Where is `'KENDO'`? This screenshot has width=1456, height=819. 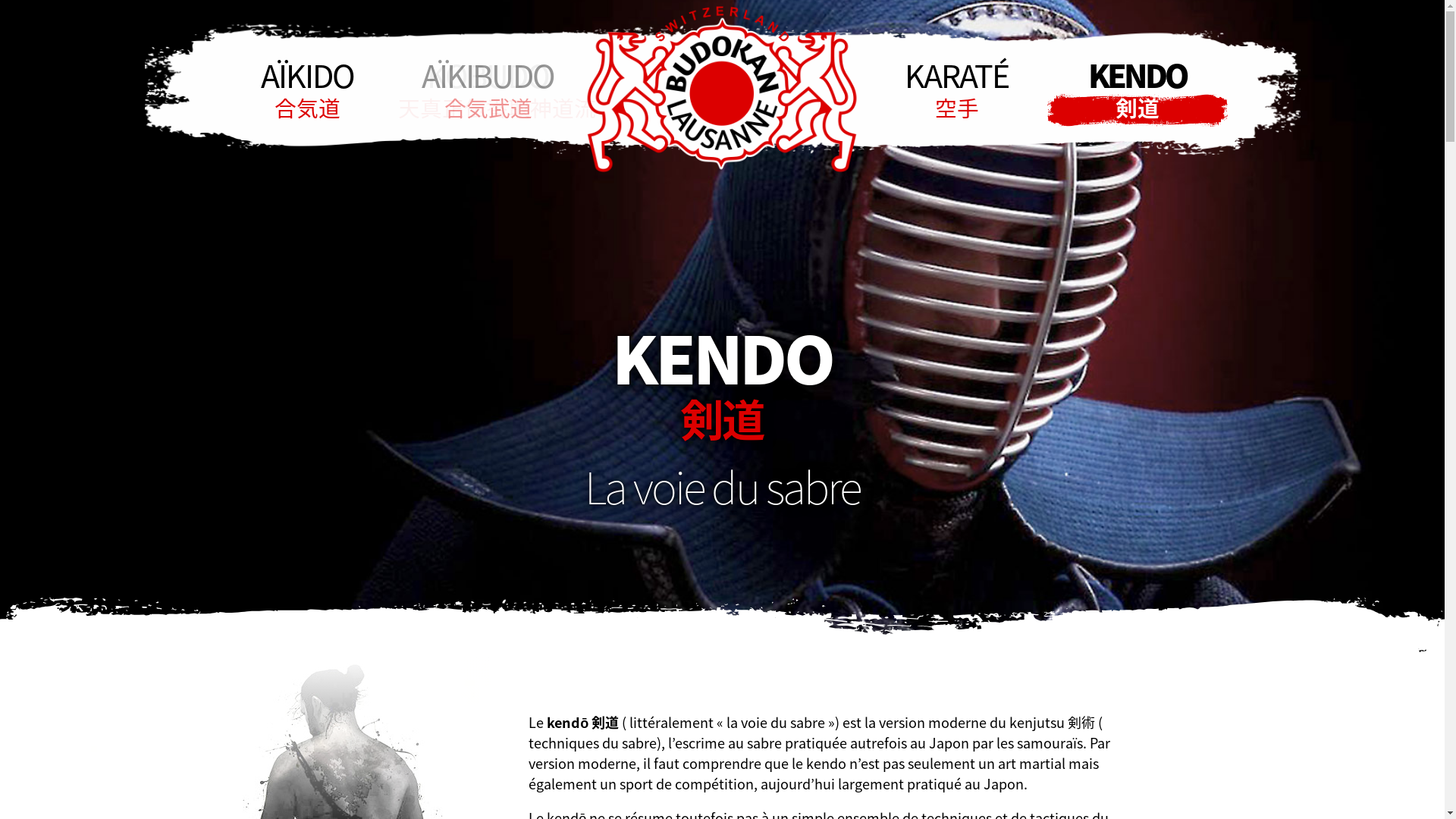
'KENDO' is located at coordinates (1136, 89).